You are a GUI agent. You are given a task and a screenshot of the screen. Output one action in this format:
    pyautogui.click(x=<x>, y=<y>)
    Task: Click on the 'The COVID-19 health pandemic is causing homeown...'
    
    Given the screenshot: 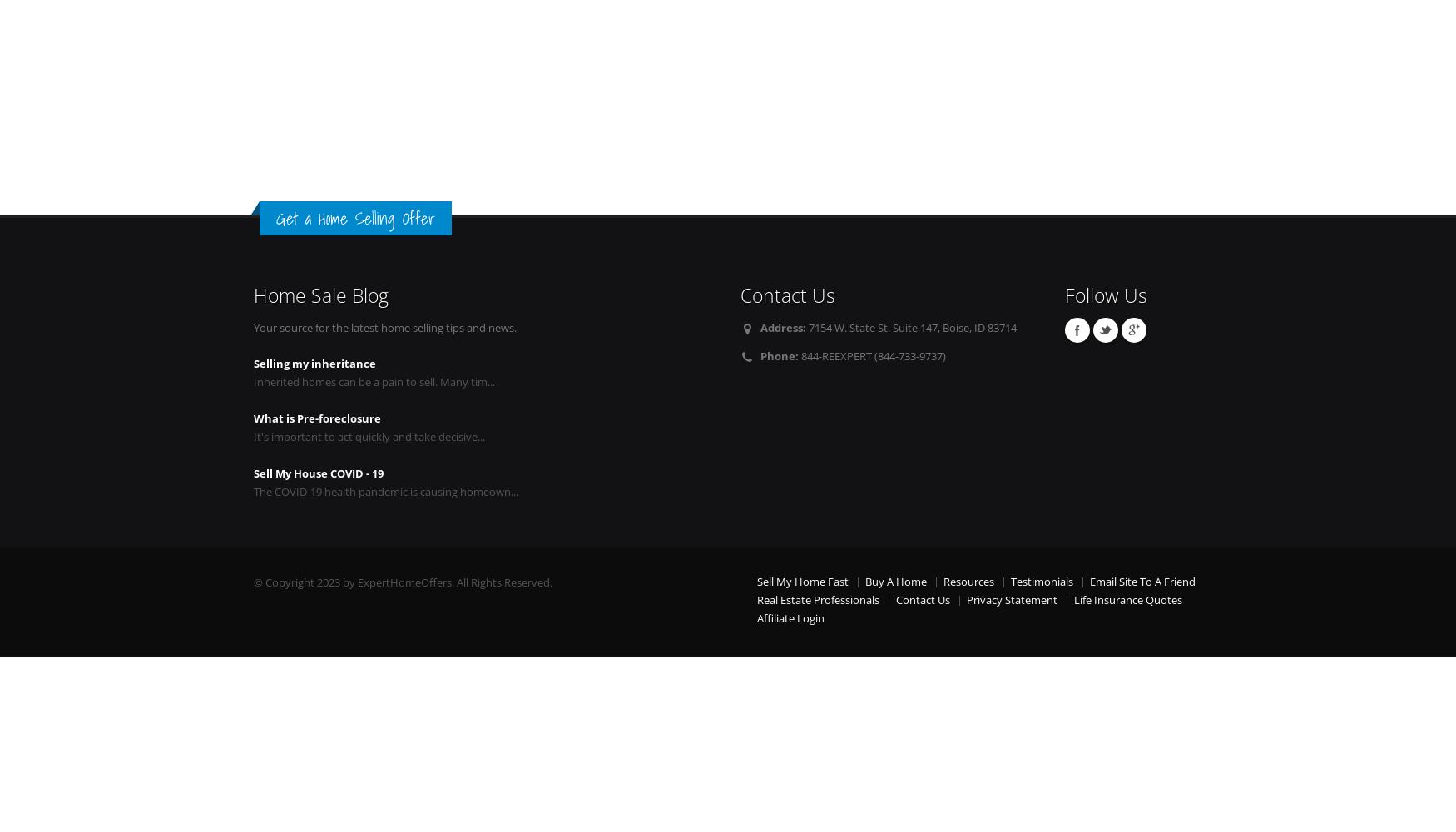 What is the action you would take?
    pyautogui.click(x=253, y=491)
    